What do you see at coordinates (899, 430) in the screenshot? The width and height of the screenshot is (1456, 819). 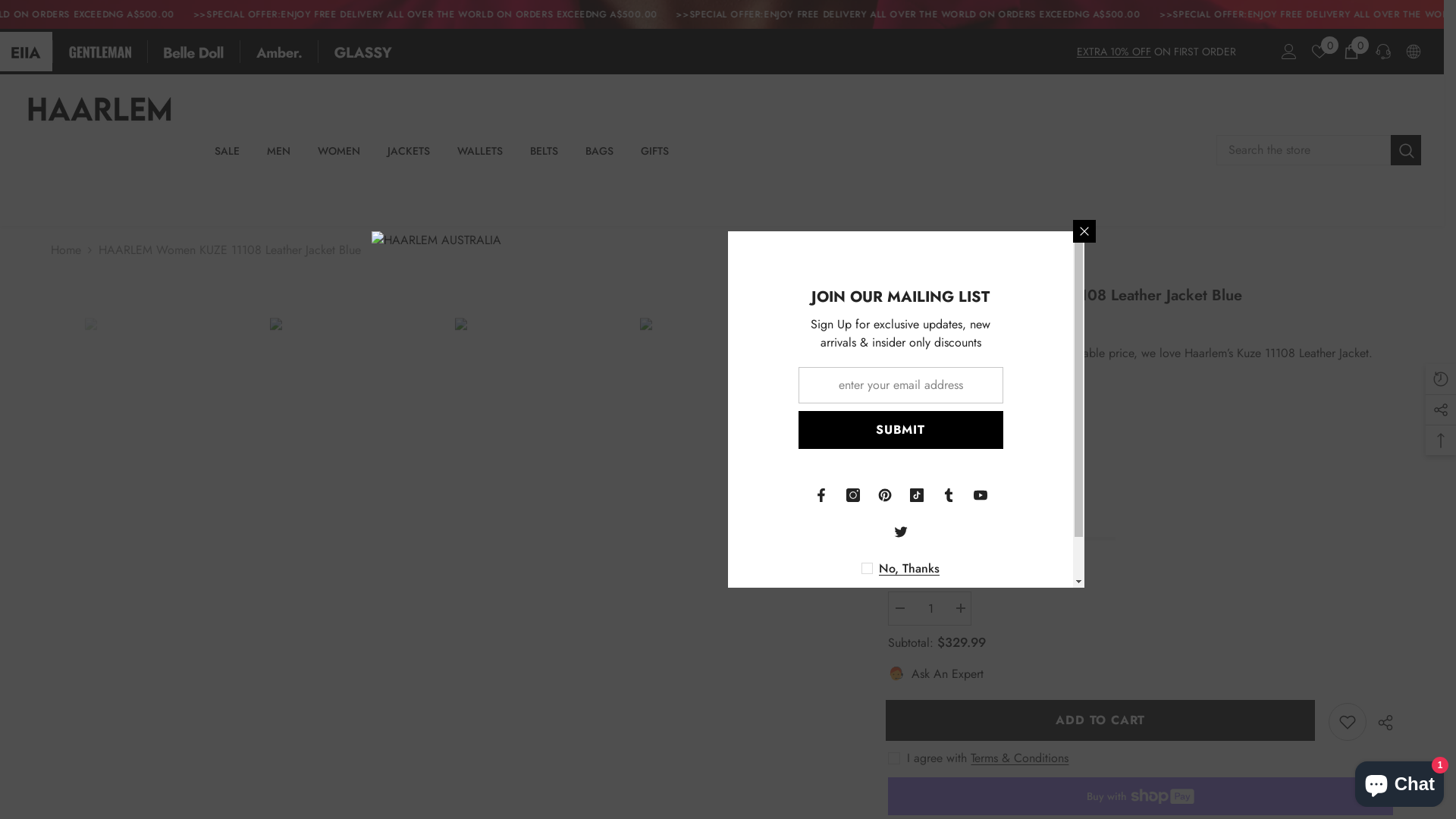 I see `'SUBMIT'` at bounding box center [899, 430].